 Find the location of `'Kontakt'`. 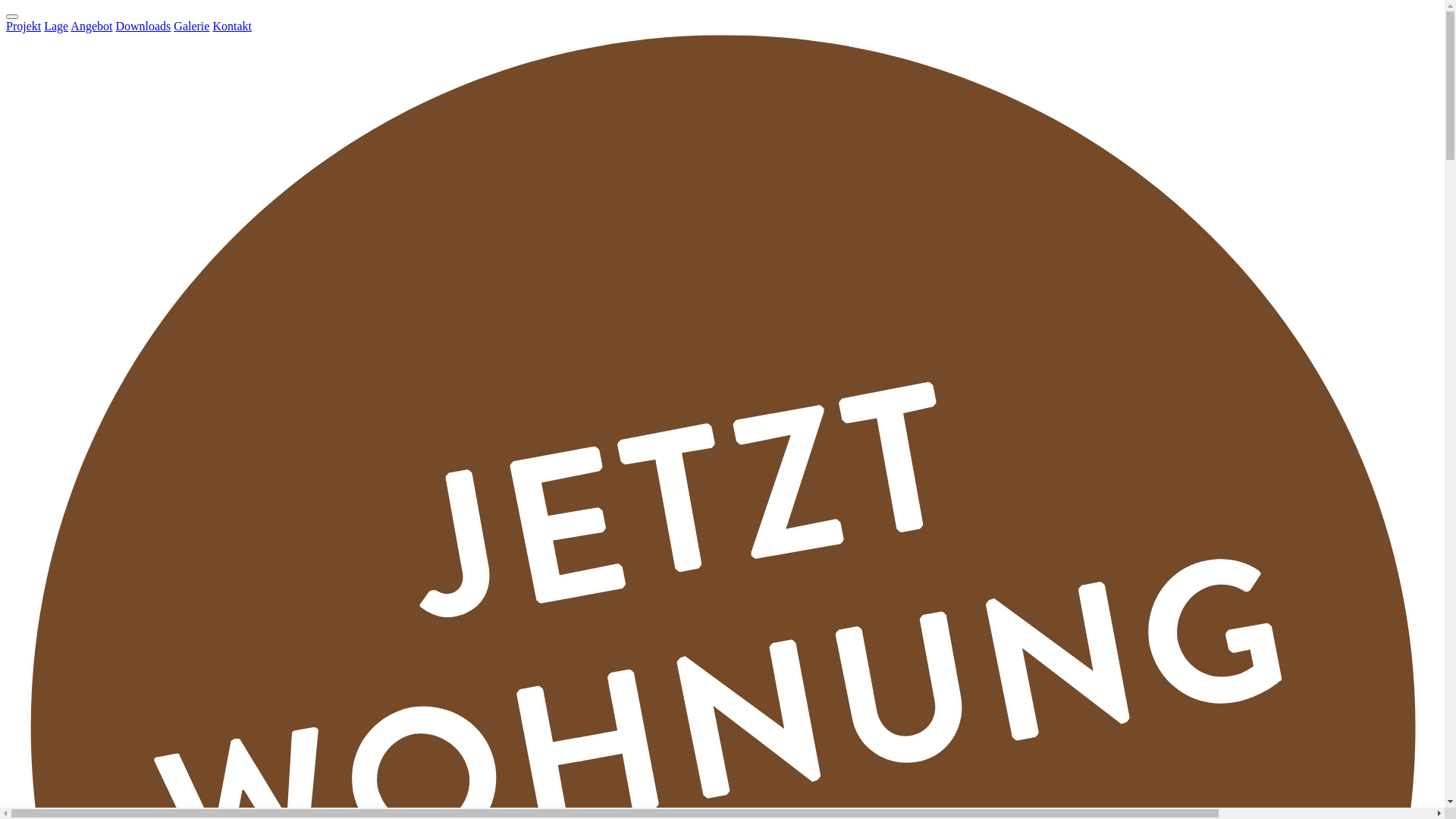

'Kontakt' is located at coordinates (231, 26).